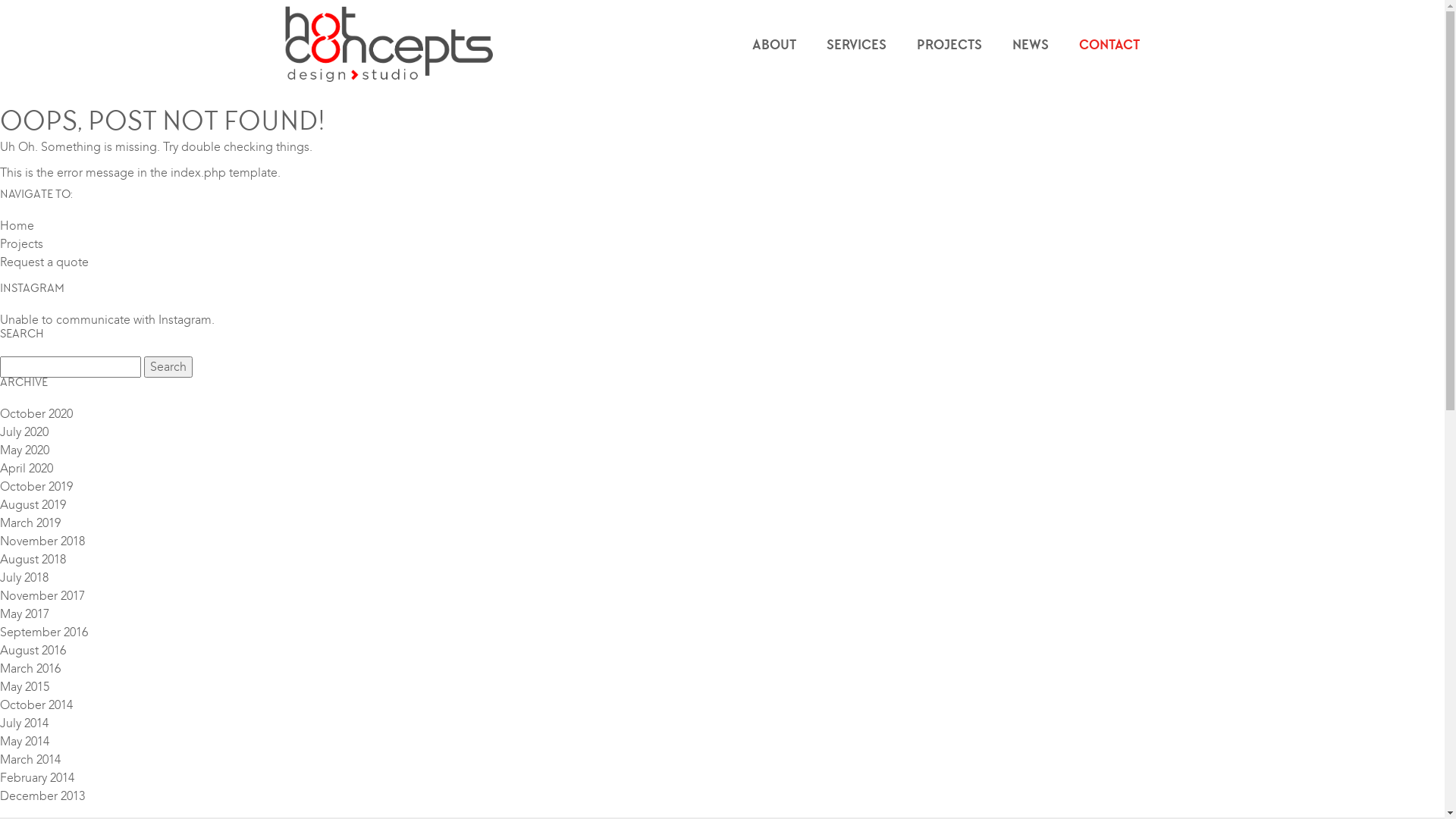  I want to click on 'Home', so click(17, 225).